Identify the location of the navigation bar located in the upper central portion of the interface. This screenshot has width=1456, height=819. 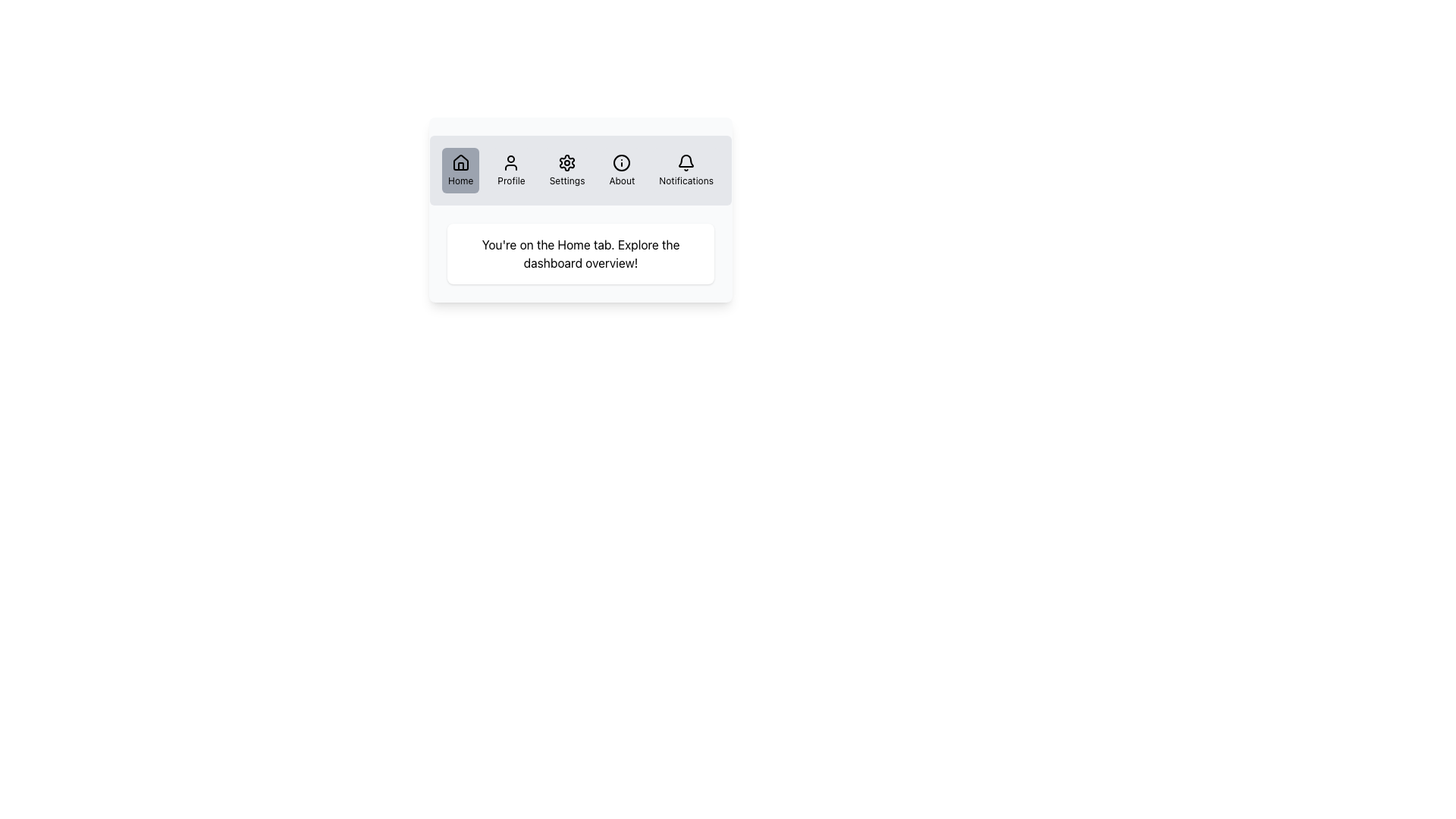
(580, 170).